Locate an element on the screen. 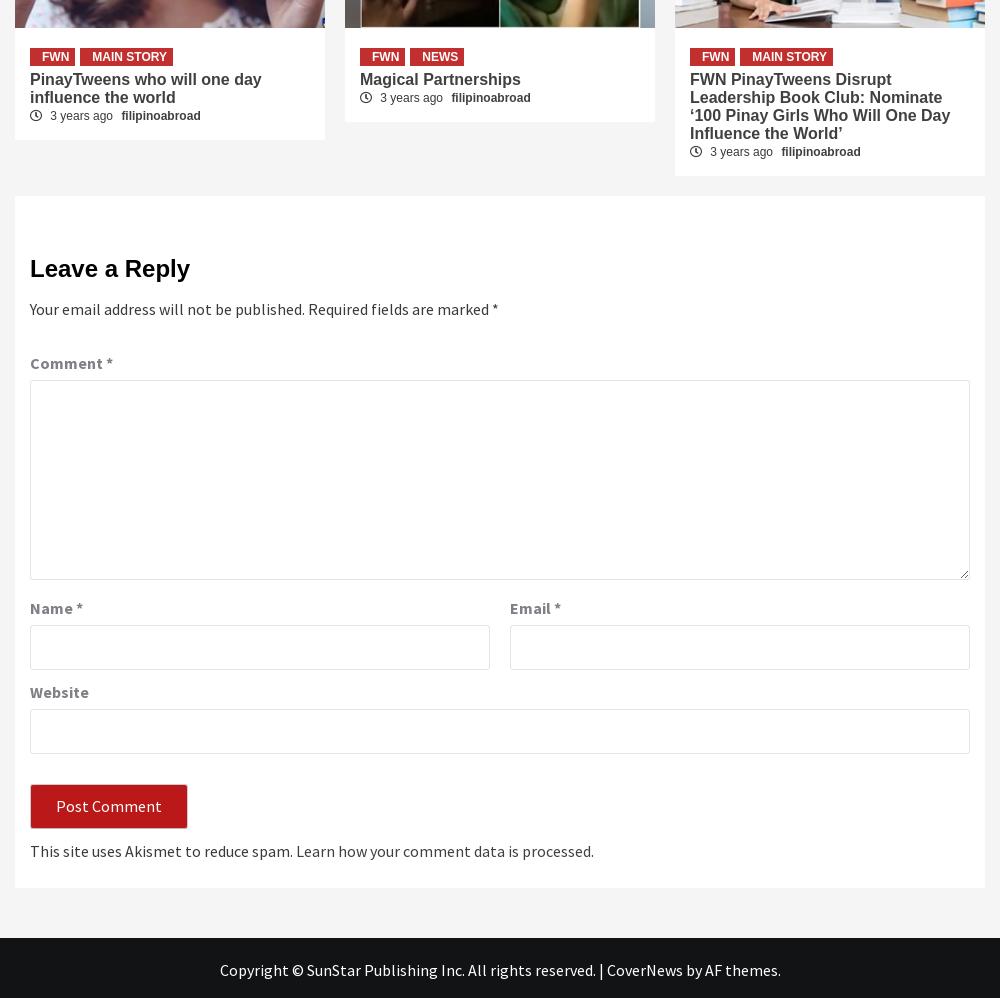  'Magical Partnerships' is located at coordinates (359, 77).